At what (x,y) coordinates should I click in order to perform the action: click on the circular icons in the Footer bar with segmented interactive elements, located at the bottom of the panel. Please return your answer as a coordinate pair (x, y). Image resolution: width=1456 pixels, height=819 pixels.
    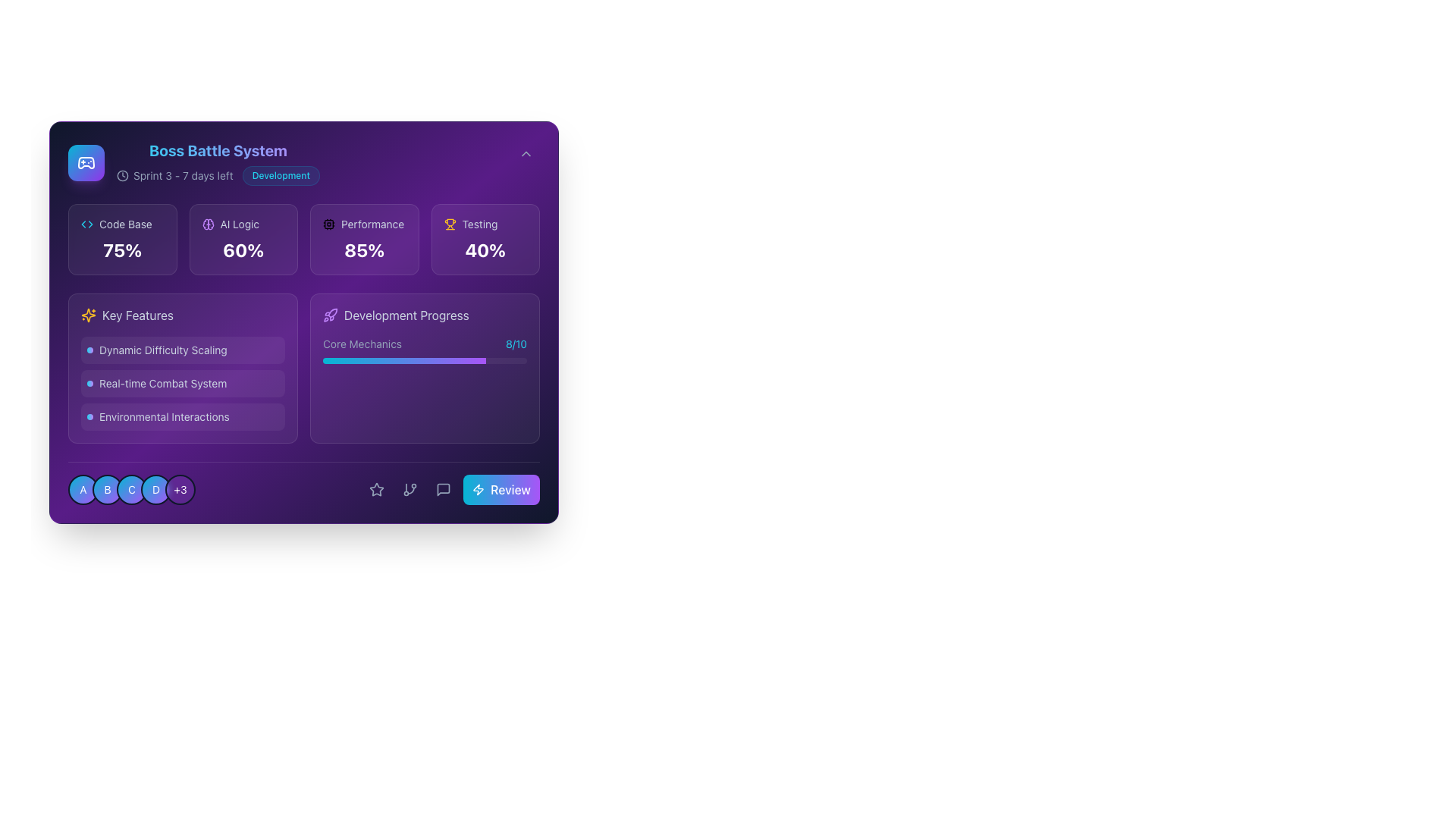
    Looking at the image, I should click on (303, 483).